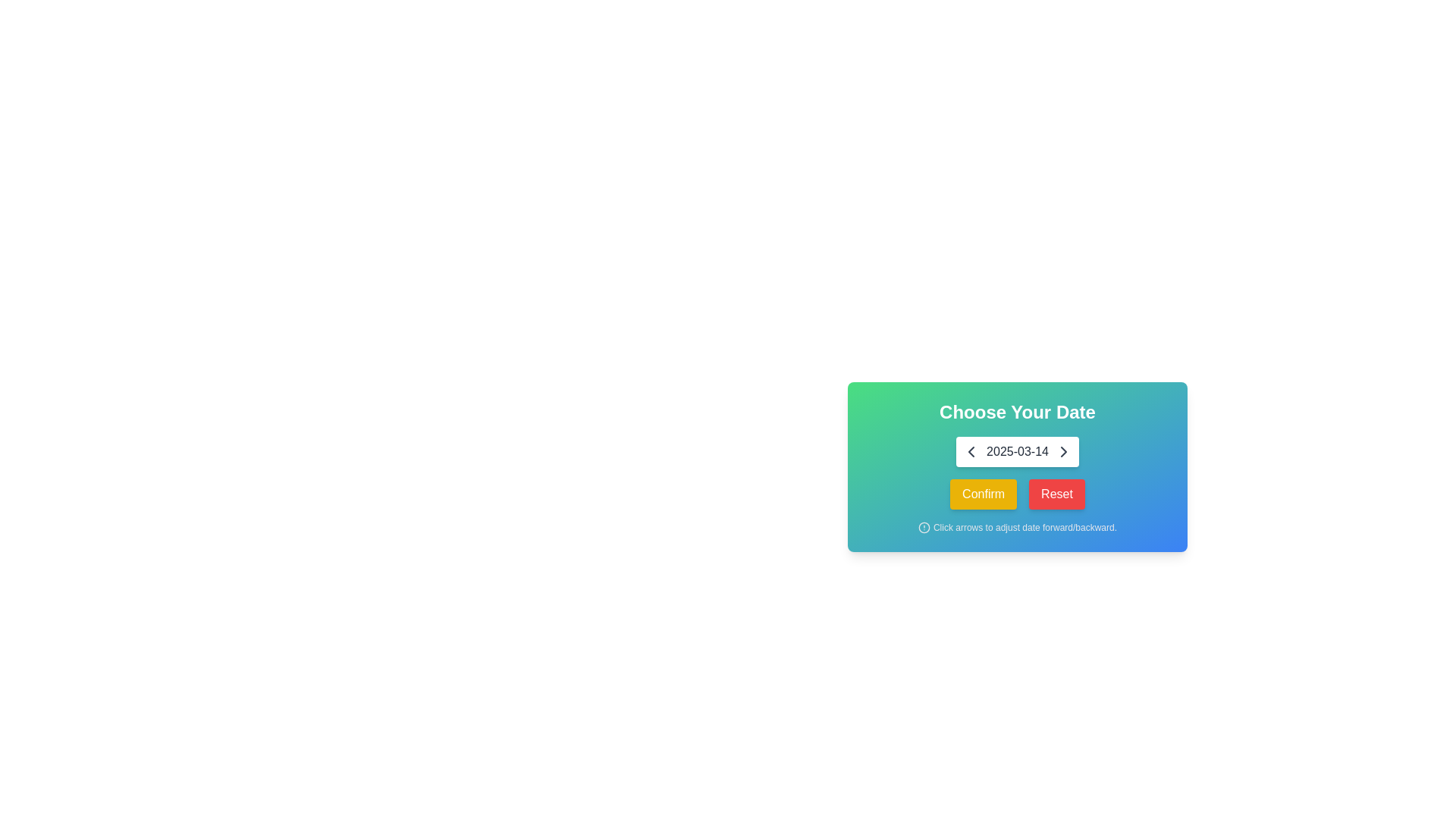 The height and width of the screenshot is (819, 1456). I want to click on the yellow 'Confirm' button located at the bottom-right of the 'Choose Your Date' dialog to confirm the action, so click(983, 494).